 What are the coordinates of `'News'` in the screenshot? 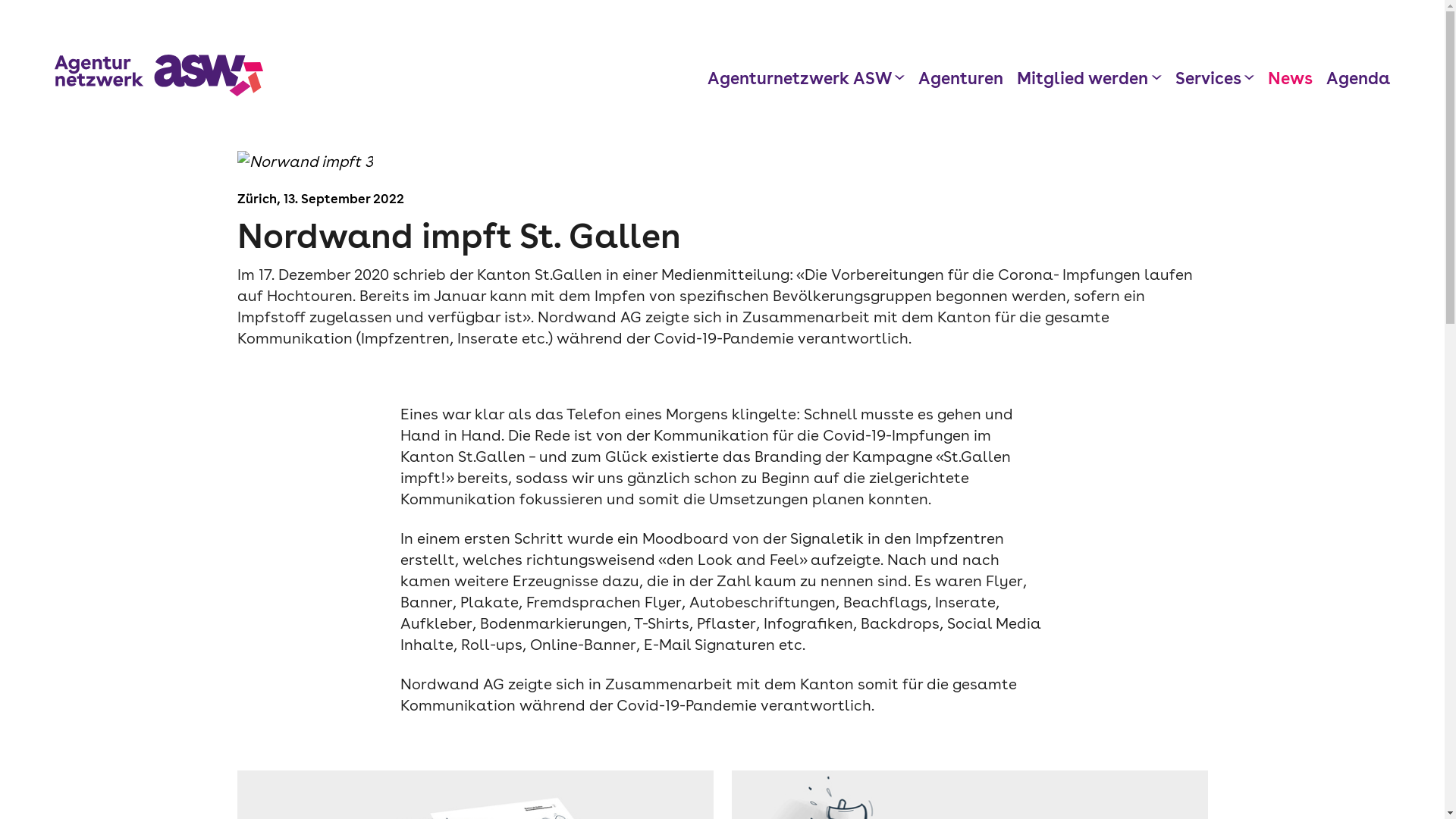 It's located at (1267, 78).